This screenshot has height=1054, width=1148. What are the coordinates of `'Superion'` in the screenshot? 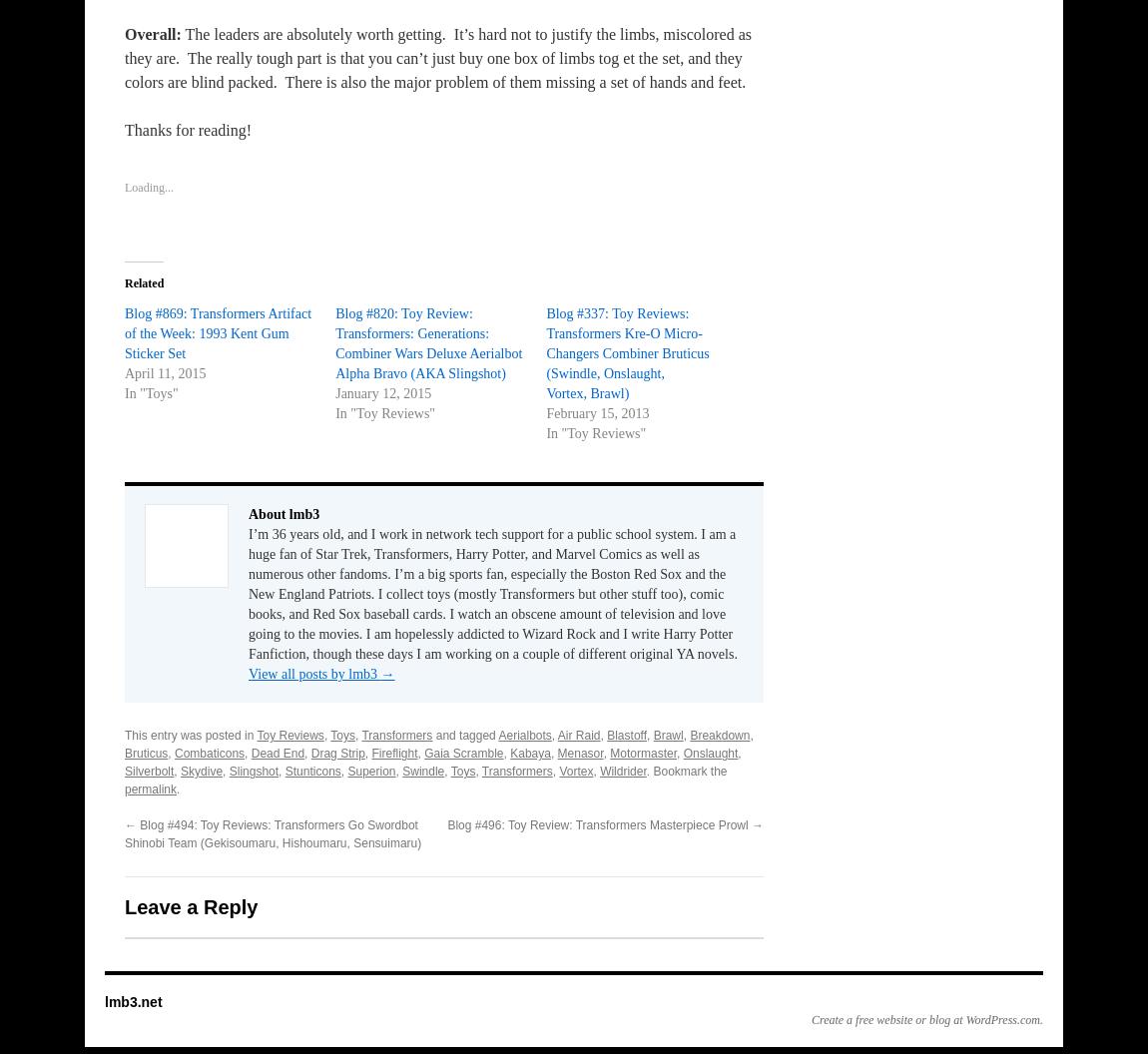 It's located at (346, 770).